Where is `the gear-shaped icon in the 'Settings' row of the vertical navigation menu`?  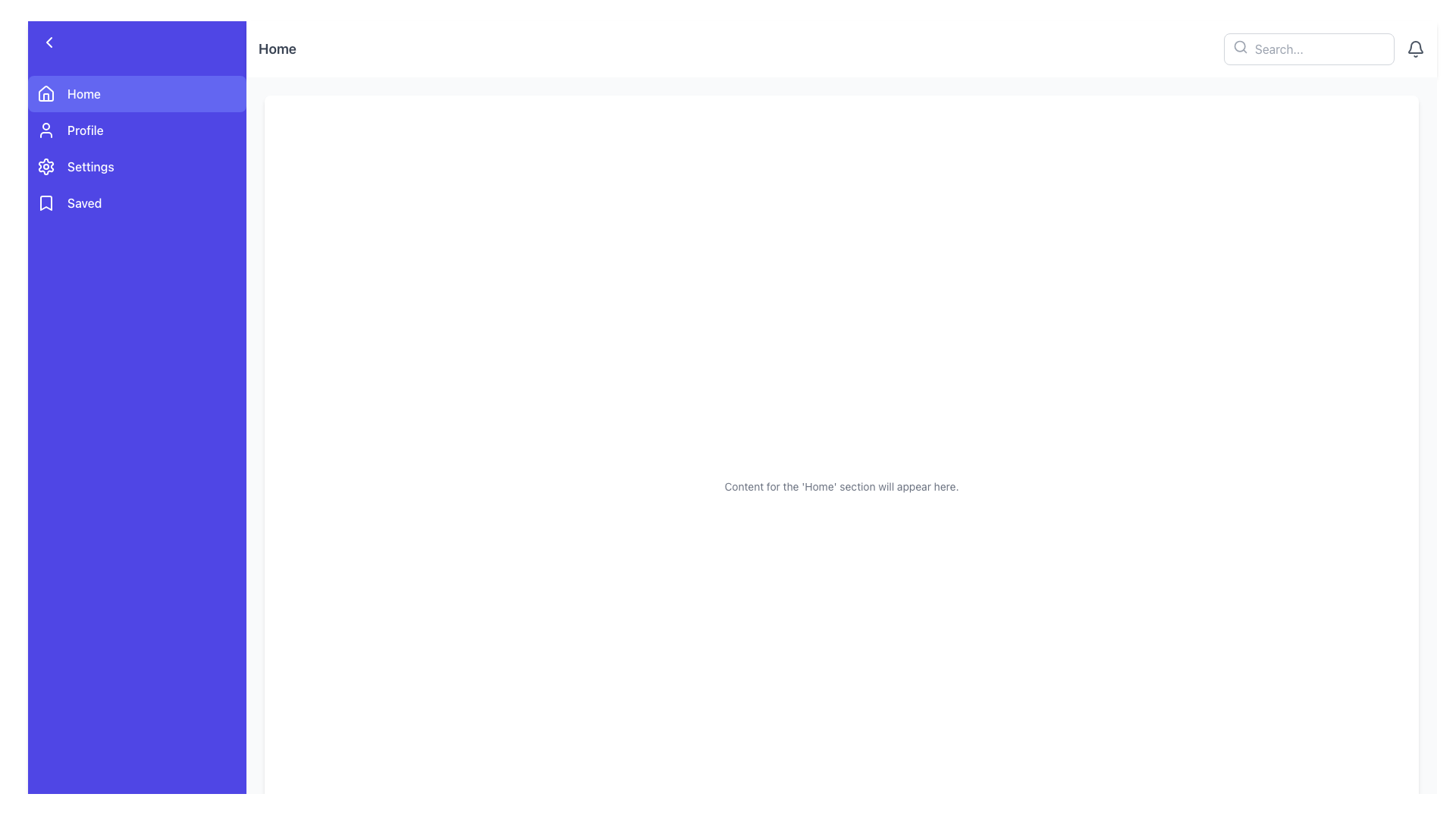 the gear-shaped icon in the 'Settings' row of the vertical navigation menu is located at coordinates (46, 166).